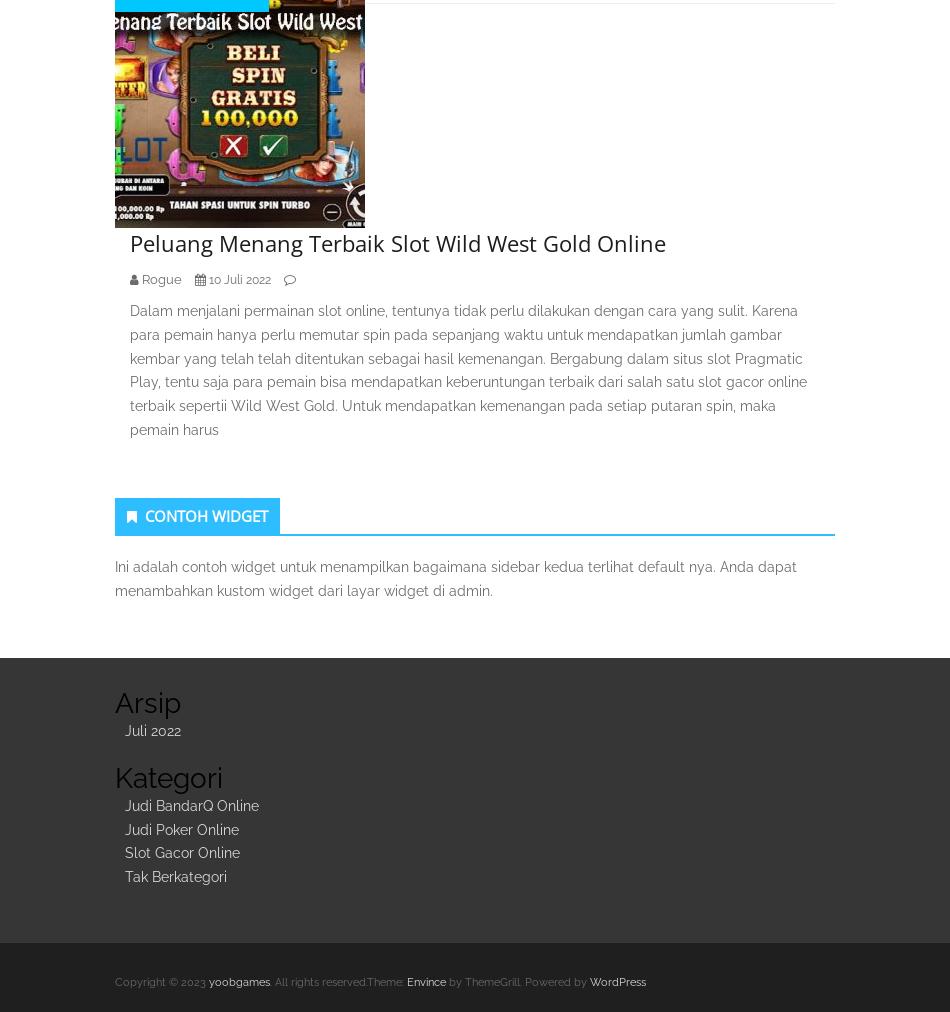  What do you see at coordinates (191, 804) in the screenshot?
I see `'Judi BandarQ Online'` at bounding box center [191, 804].